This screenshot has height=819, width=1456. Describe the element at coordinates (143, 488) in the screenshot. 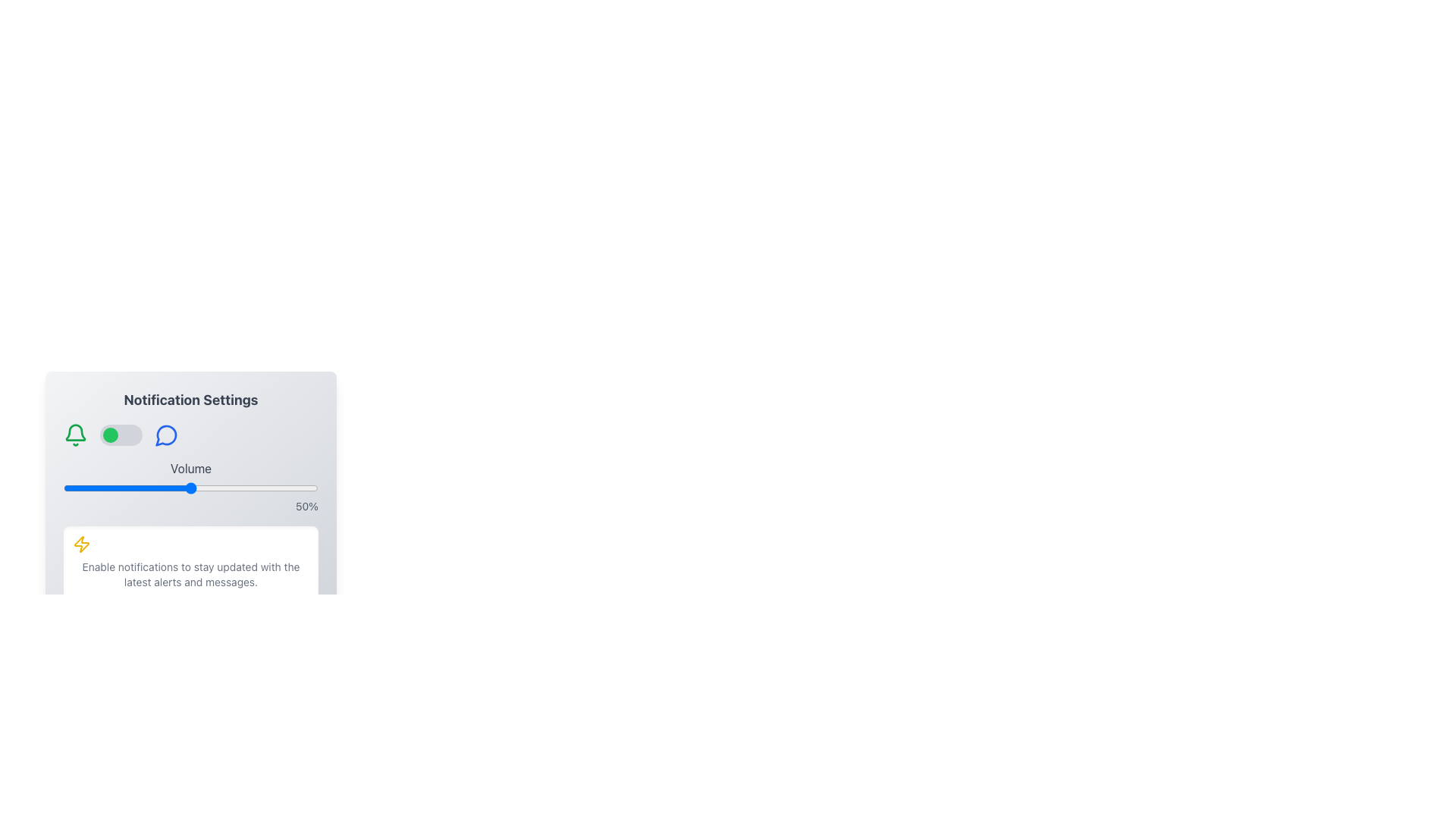

I see `the volume` at that location.